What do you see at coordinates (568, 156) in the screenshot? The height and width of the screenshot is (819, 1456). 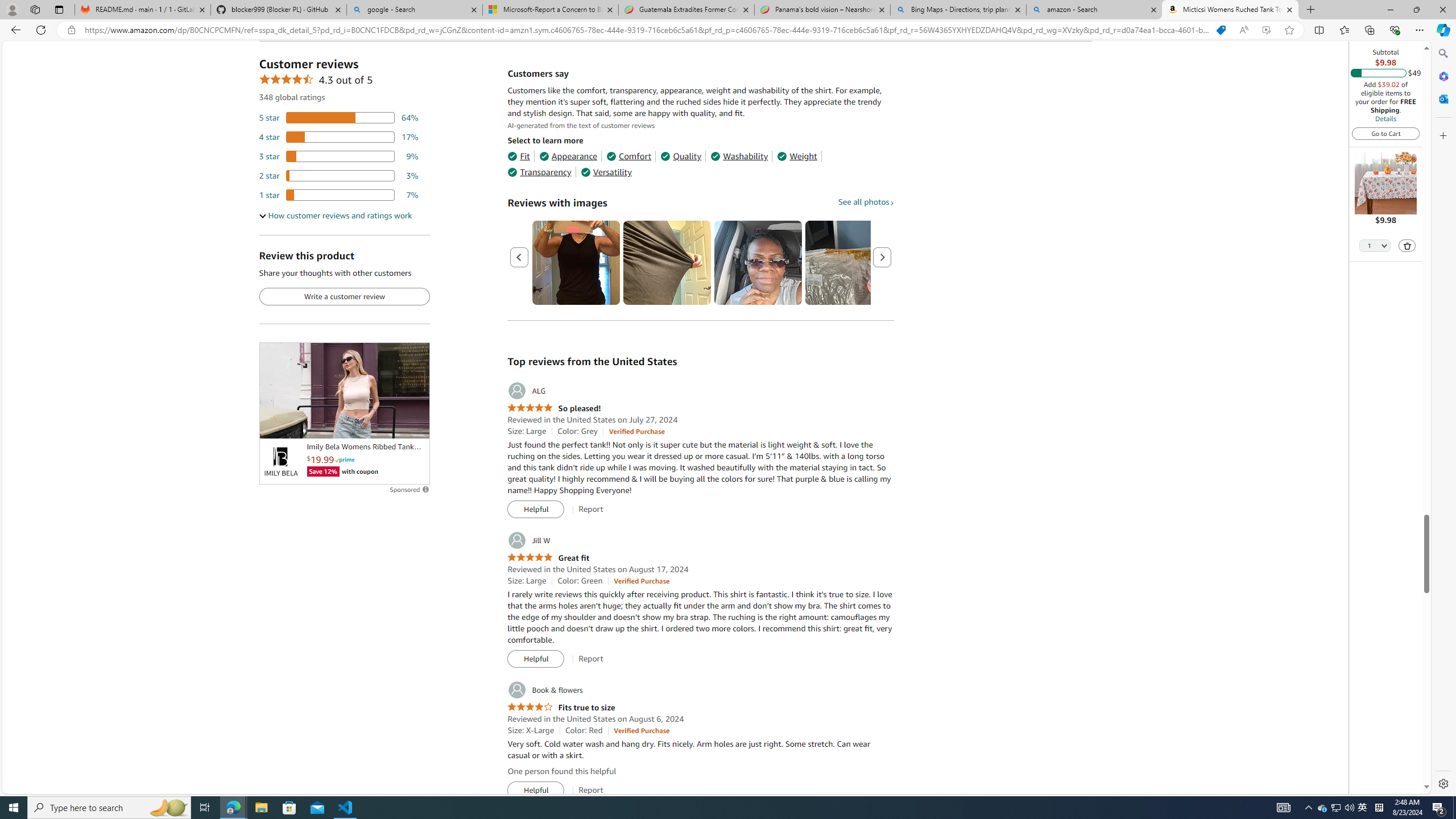 I see `'Appearance'` at bounding box center [568, 156].